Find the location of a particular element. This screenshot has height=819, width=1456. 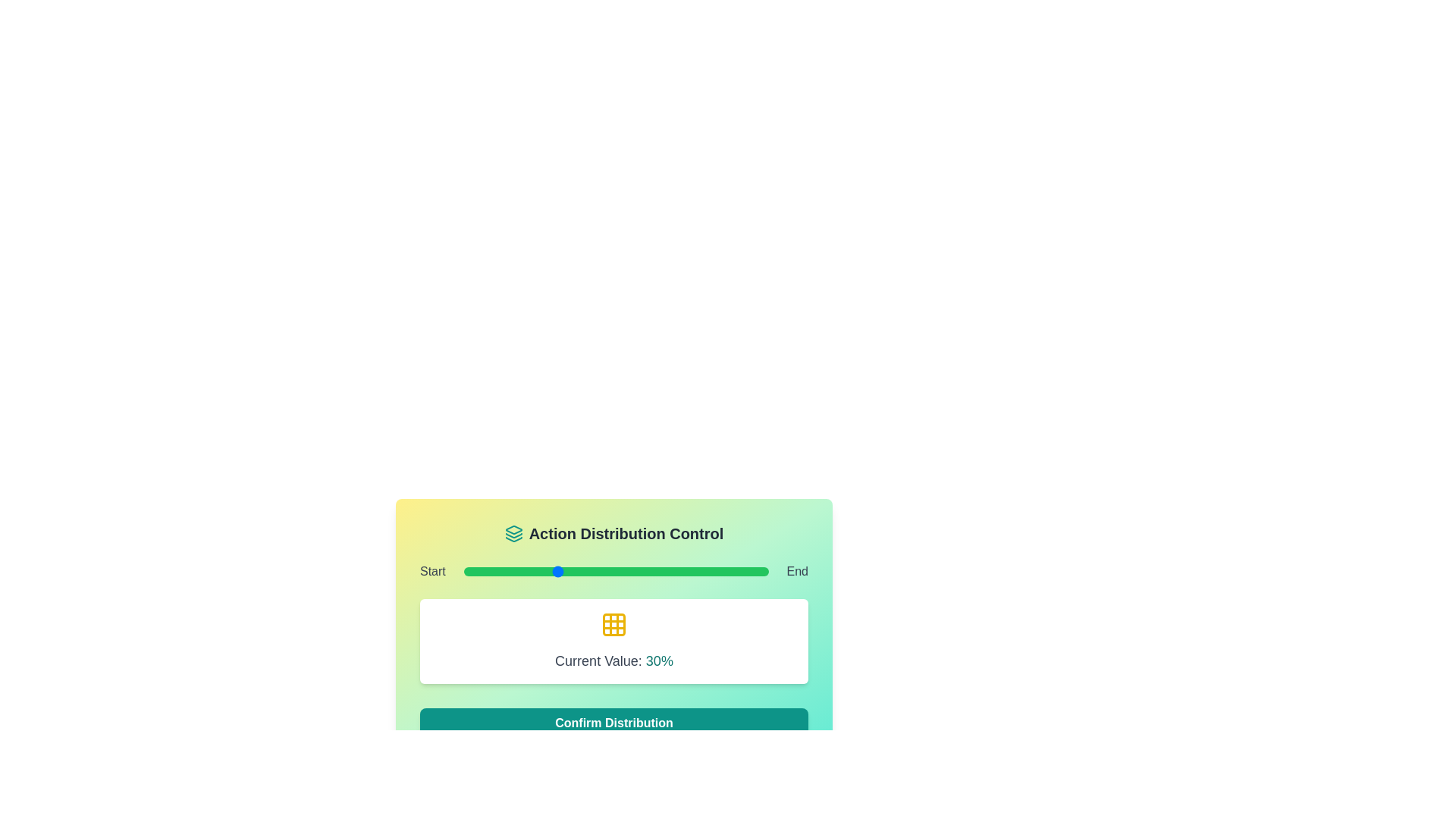

the slider to set its value to 88% is located at coordinates (732, 571).